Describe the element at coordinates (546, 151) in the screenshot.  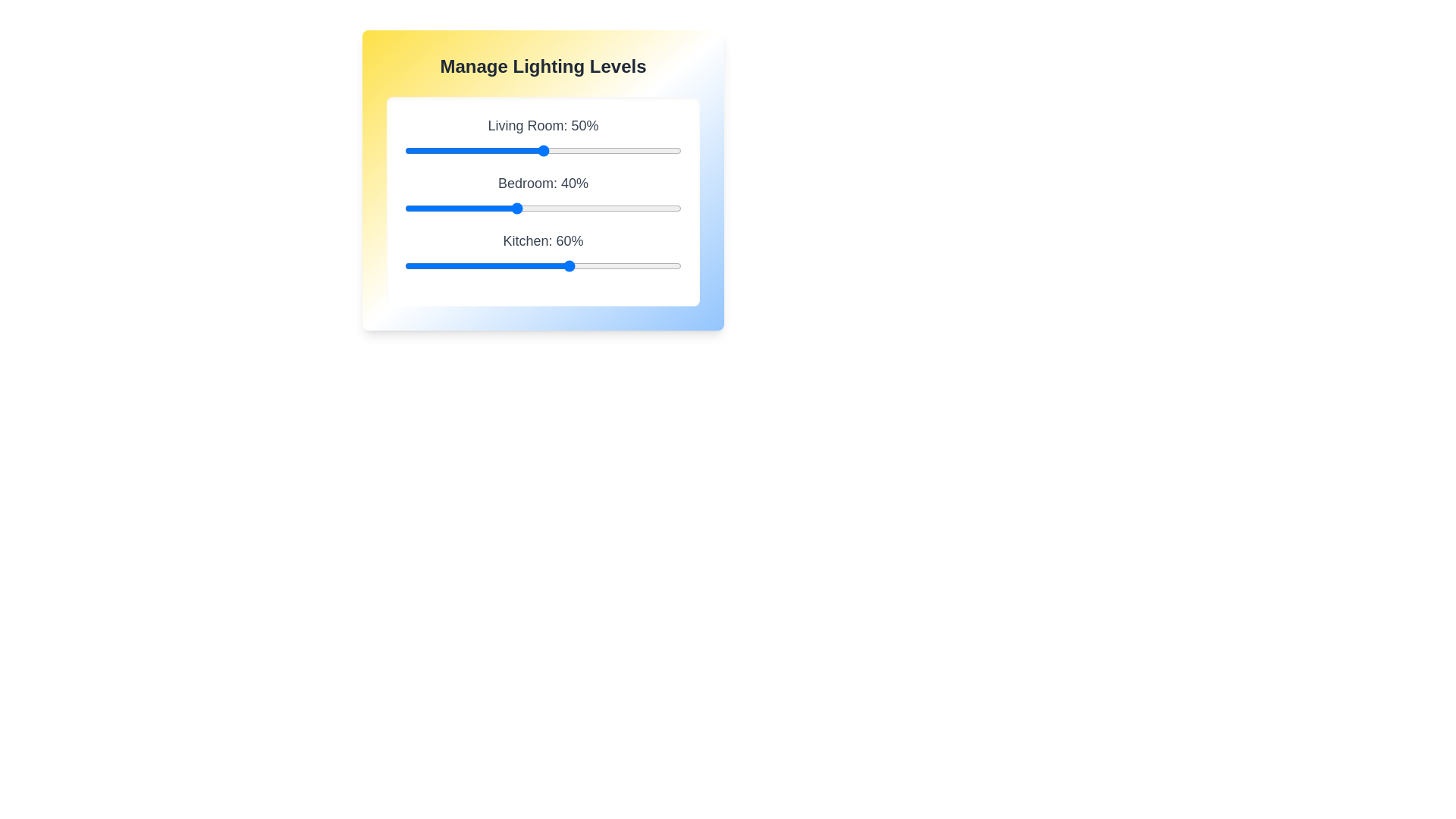
I see `the Living Room lighting slider to 51%` at that location.